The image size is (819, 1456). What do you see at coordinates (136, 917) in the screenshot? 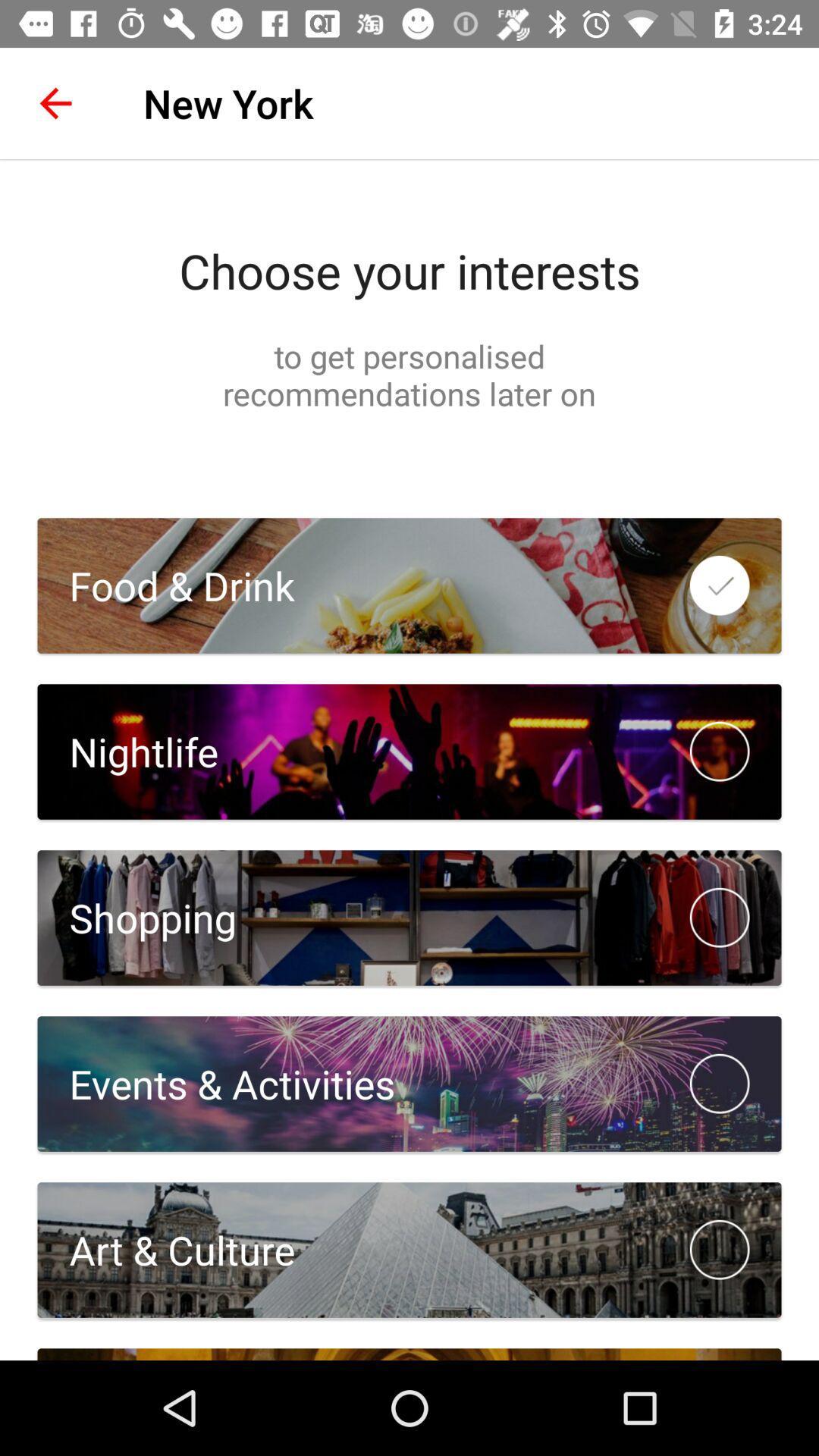
I see `the shopping` at bounding box center [136, 917].